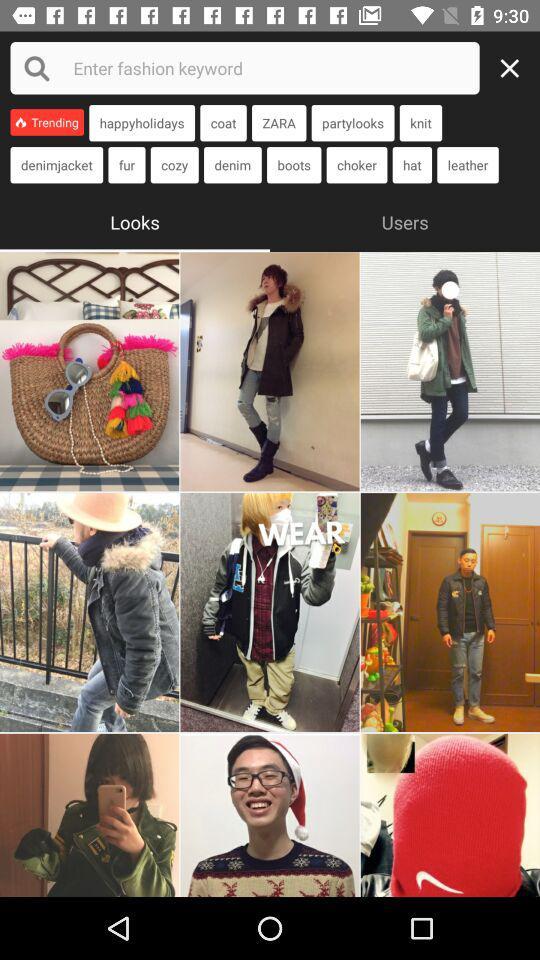 The width and height of the screenshot is (540, 960). I want to click on that photo, so click(270, 370).